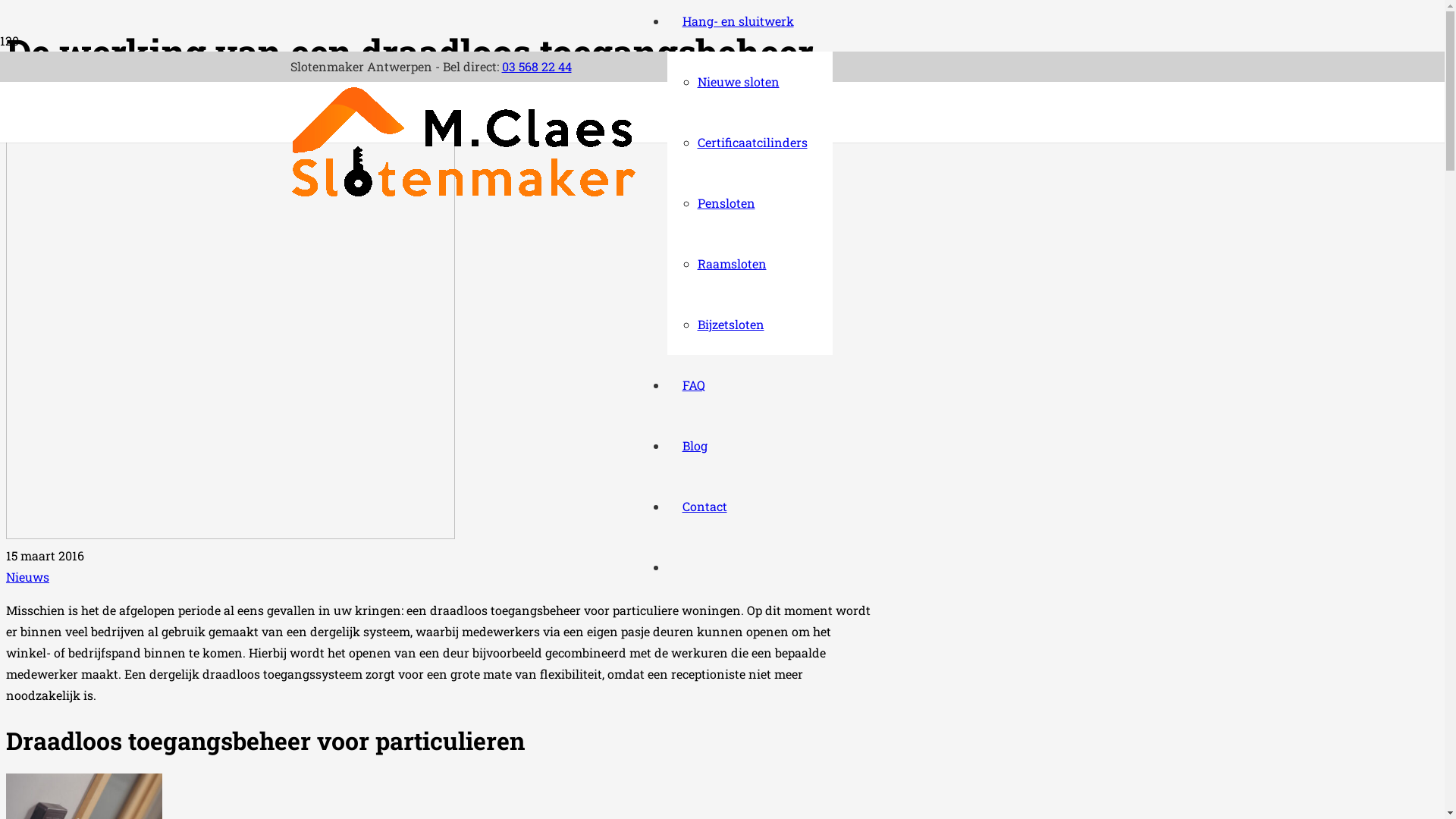  What do you see at coordinates (667, 20) in the screenshot?
I see `'Hang- en sluitwerk'` at bounding box center [667, 20].